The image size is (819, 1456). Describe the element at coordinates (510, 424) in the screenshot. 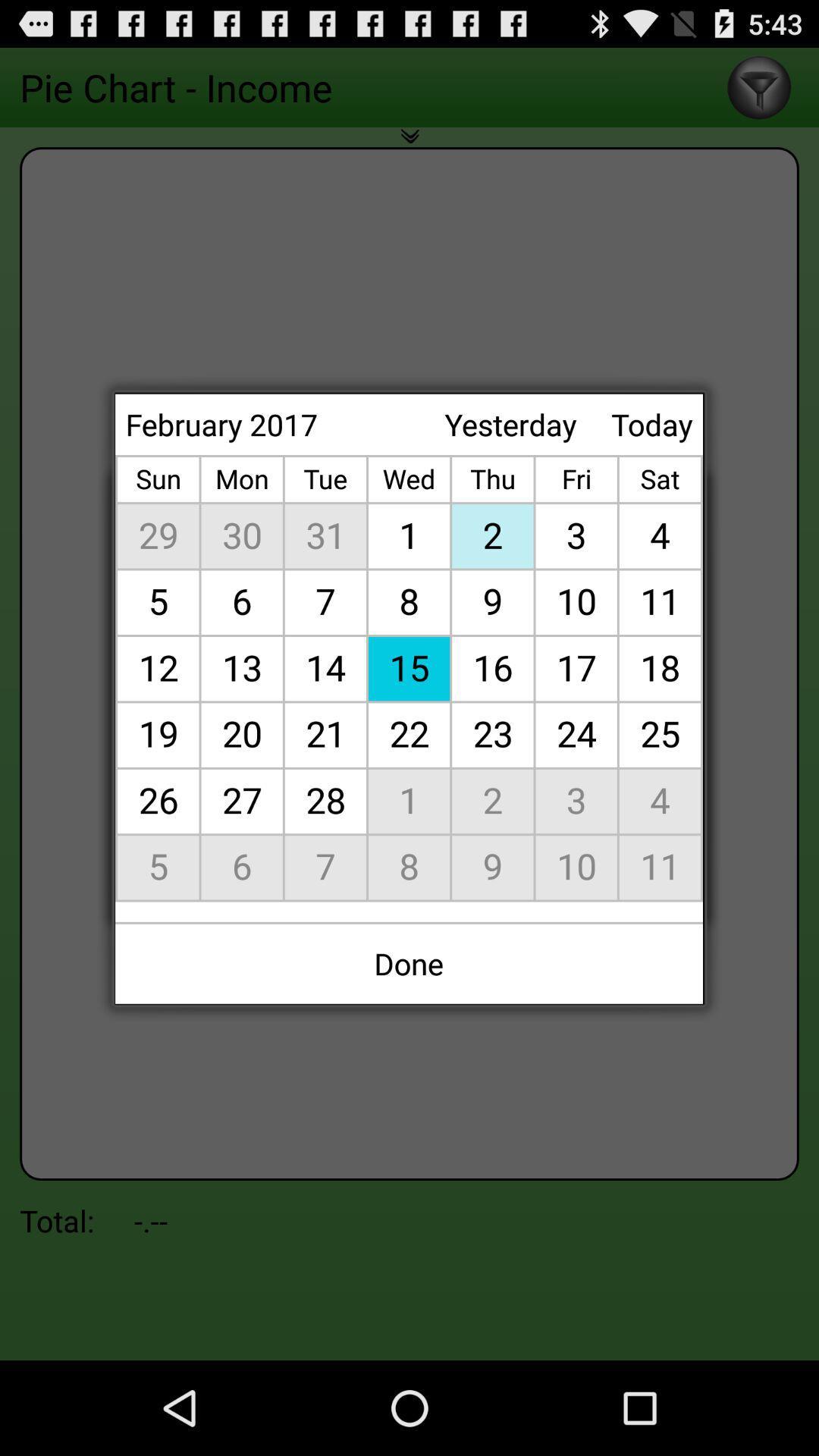

I see `icon to the left of the today icon` at that location.